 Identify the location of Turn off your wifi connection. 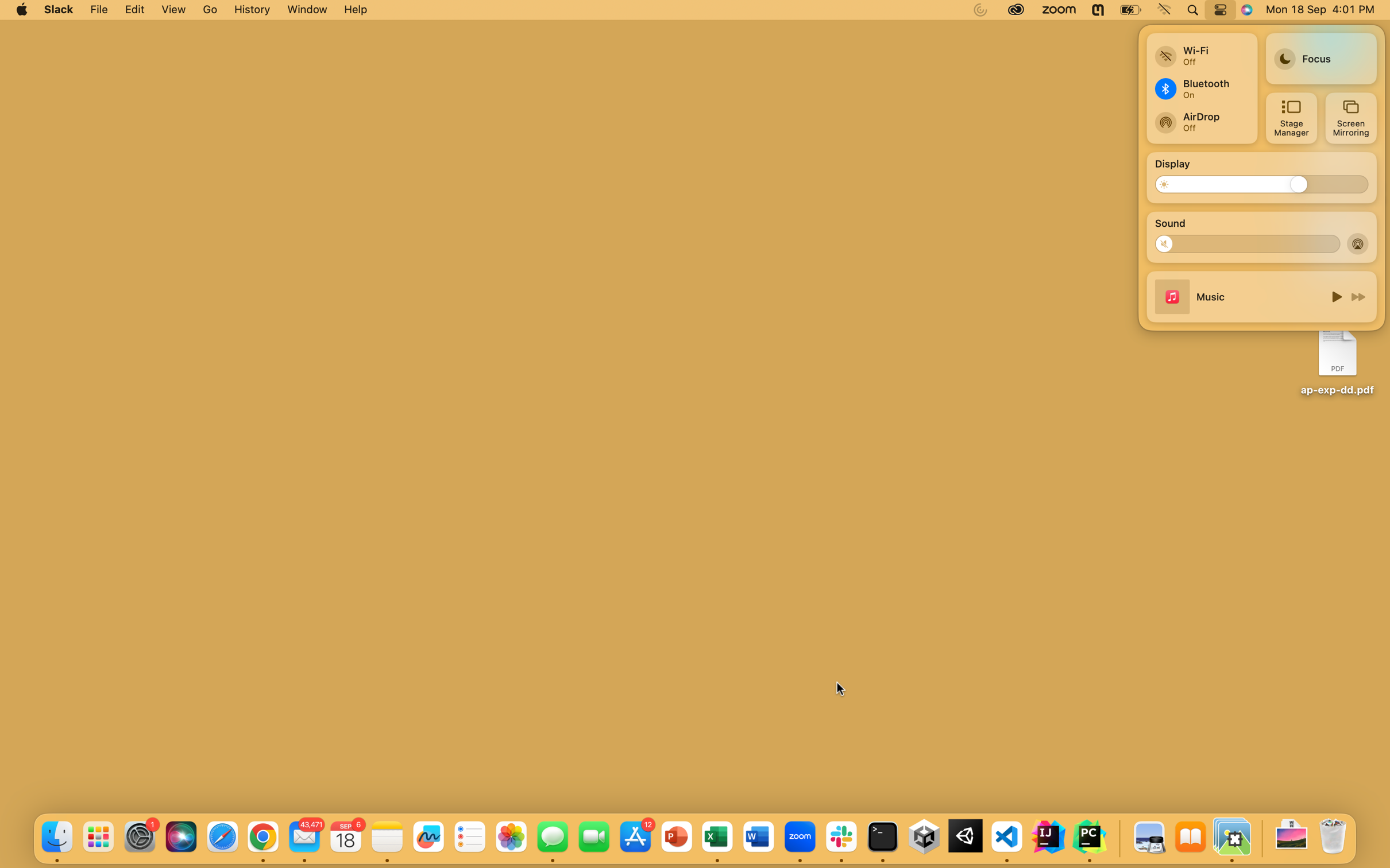
(1200, 51).